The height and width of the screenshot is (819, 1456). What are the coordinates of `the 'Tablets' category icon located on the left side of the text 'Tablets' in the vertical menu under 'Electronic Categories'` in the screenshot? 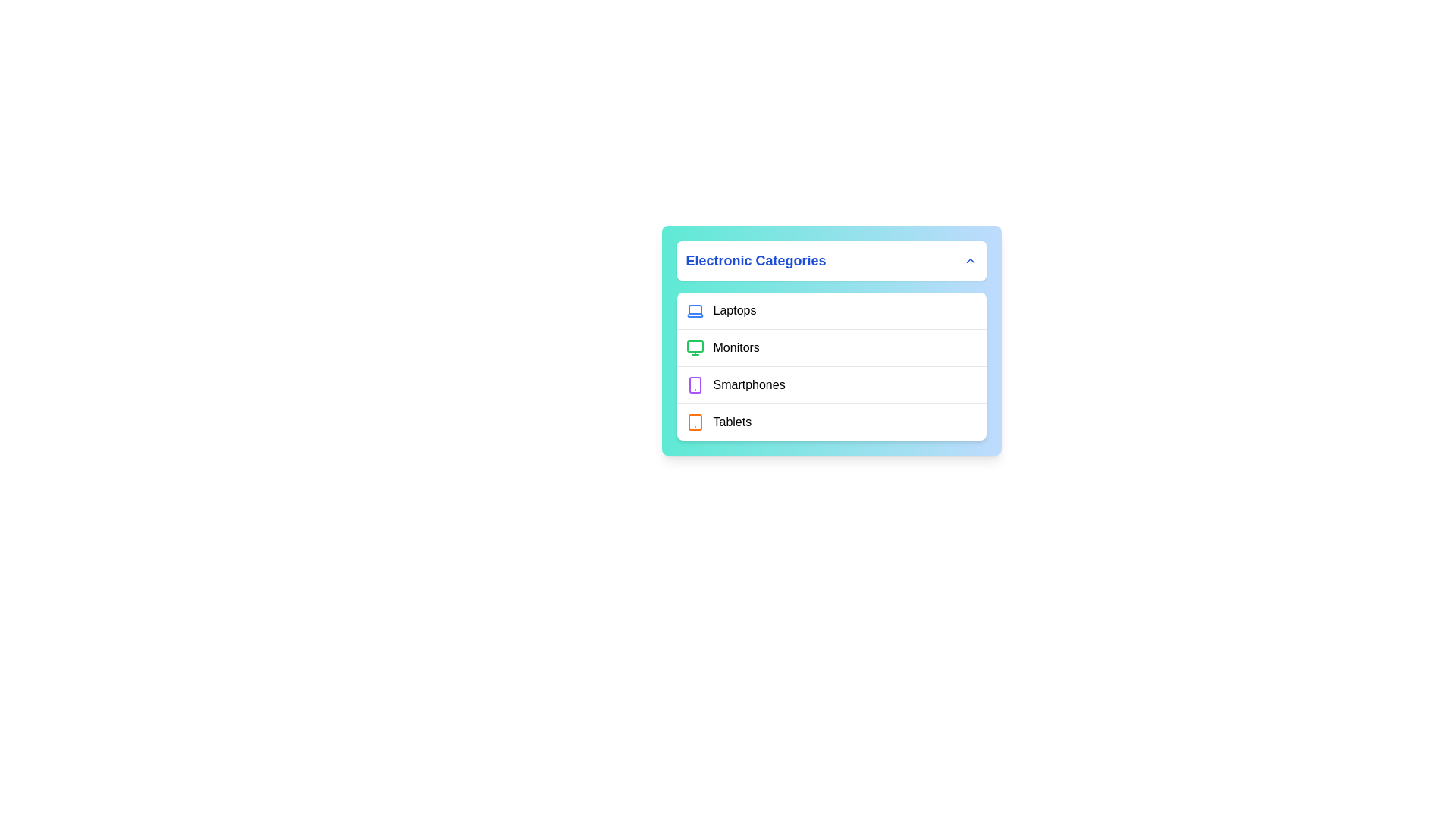 It's located at (694, 422).